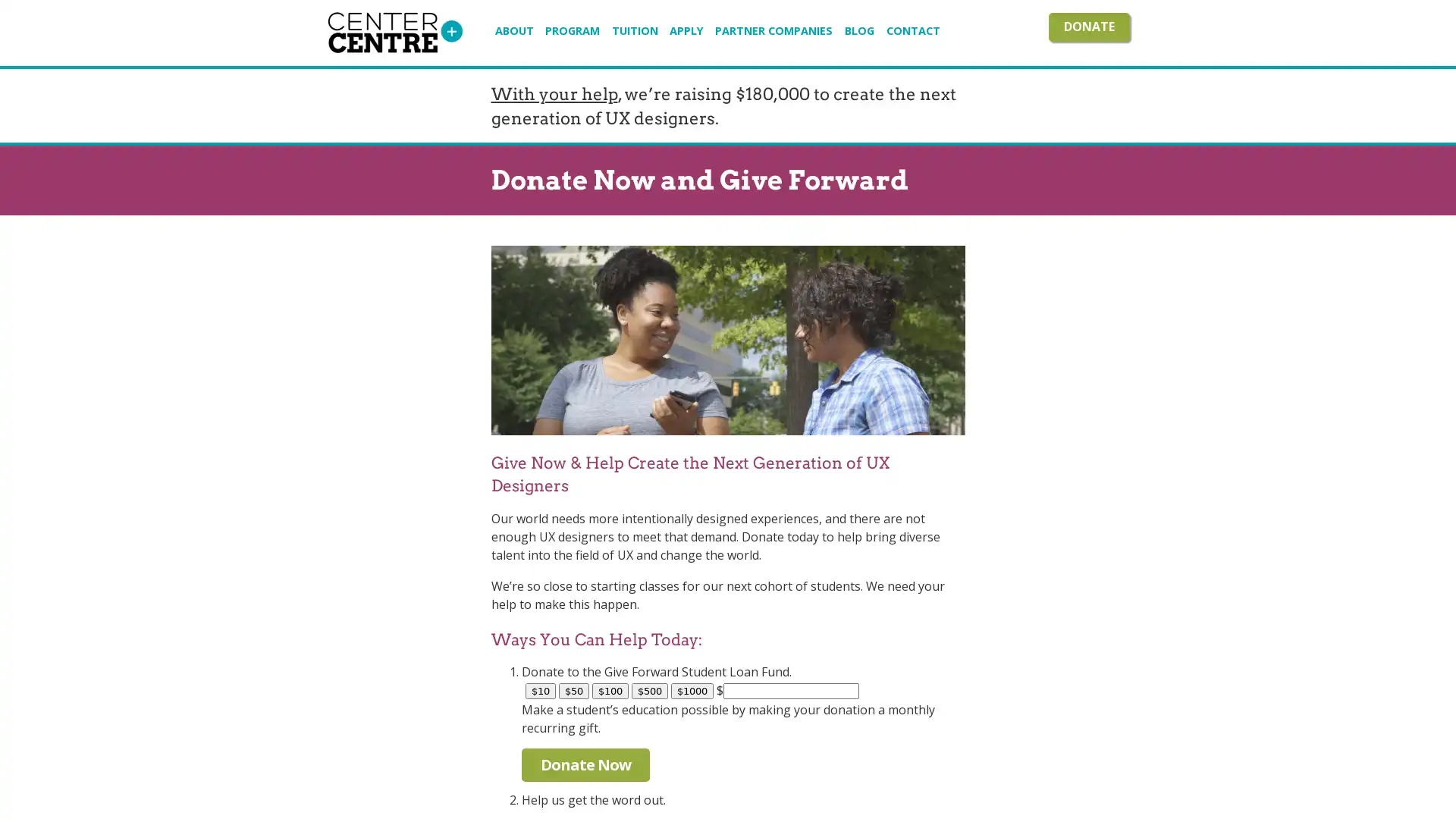 This screenshot has width=1456, height=819. Describe the element at coordinates (648, 690) in the screenshot. I see `$500` at that location.